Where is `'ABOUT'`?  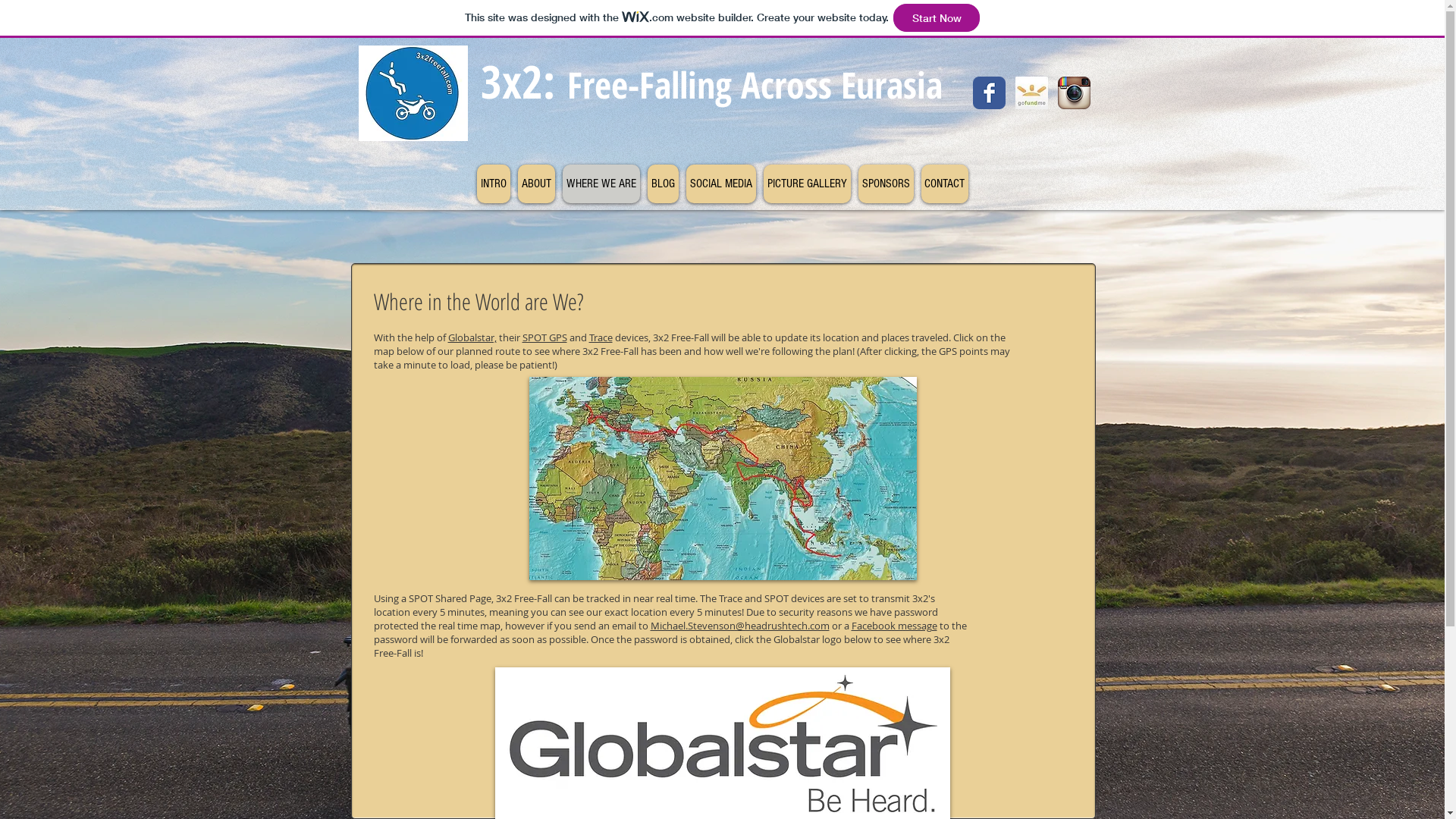
'ABOUT' is located at coordinates (516, 183).